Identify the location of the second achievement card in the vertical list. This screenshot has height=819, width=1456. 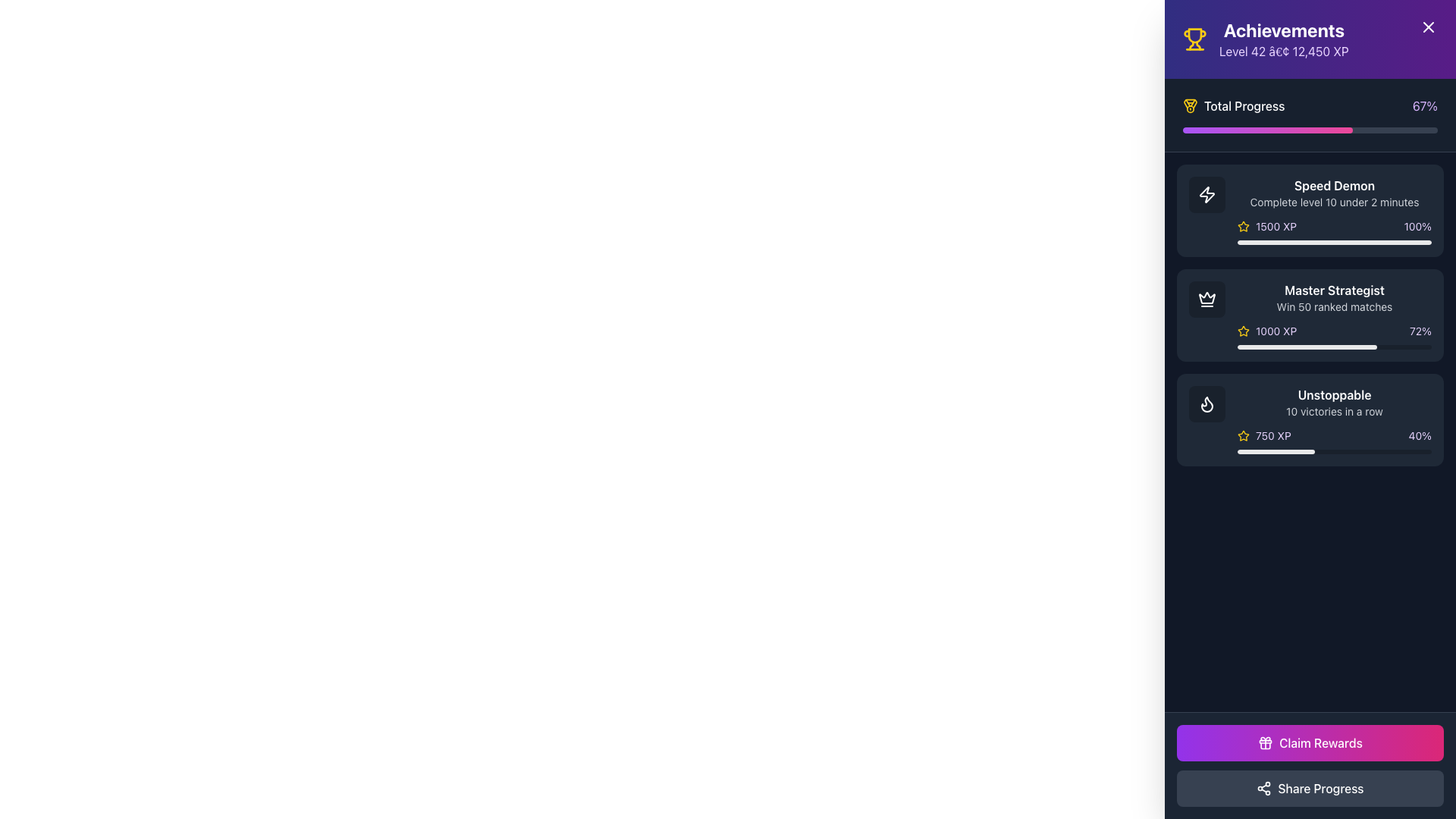
(1310, 315).